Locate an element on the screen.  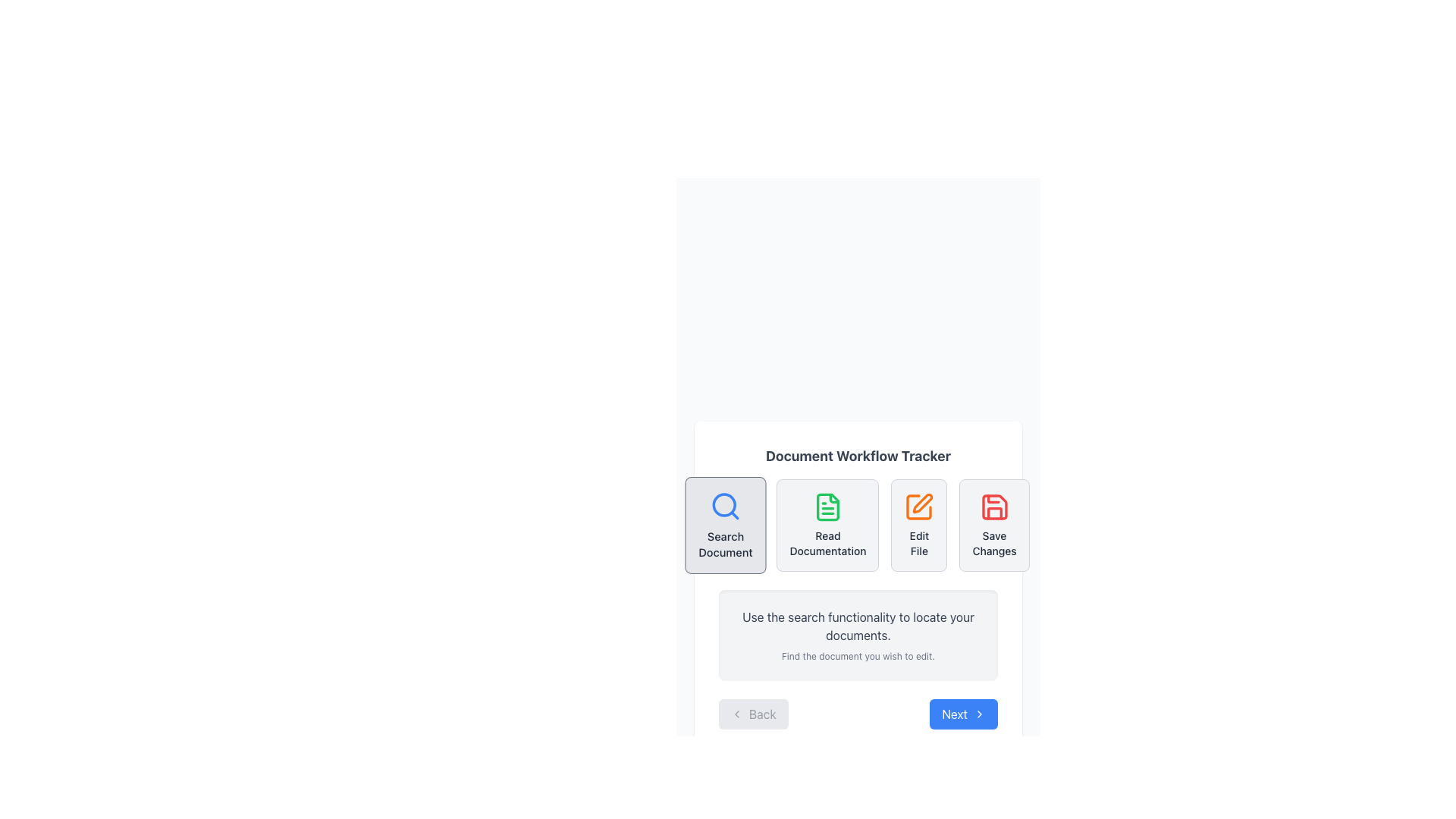
the functionality of the 'Edit File' text label, which is a medium-sized gray text label organized into two lines, positioned below a pen icon is located at coordinates (918, 543).